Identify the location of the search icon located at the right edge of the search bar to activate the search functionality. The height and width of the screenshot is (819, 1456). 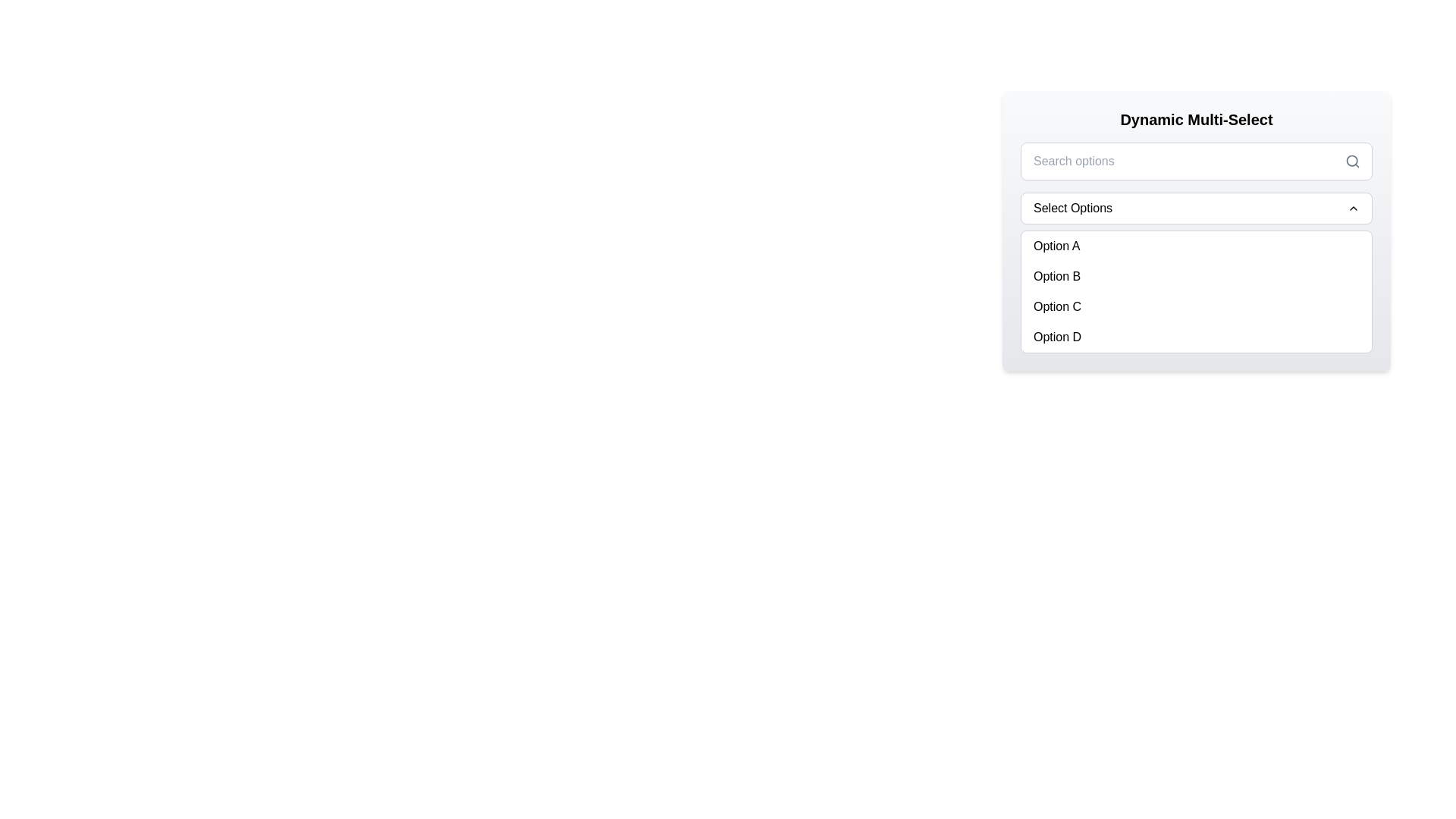
(1353, 161).